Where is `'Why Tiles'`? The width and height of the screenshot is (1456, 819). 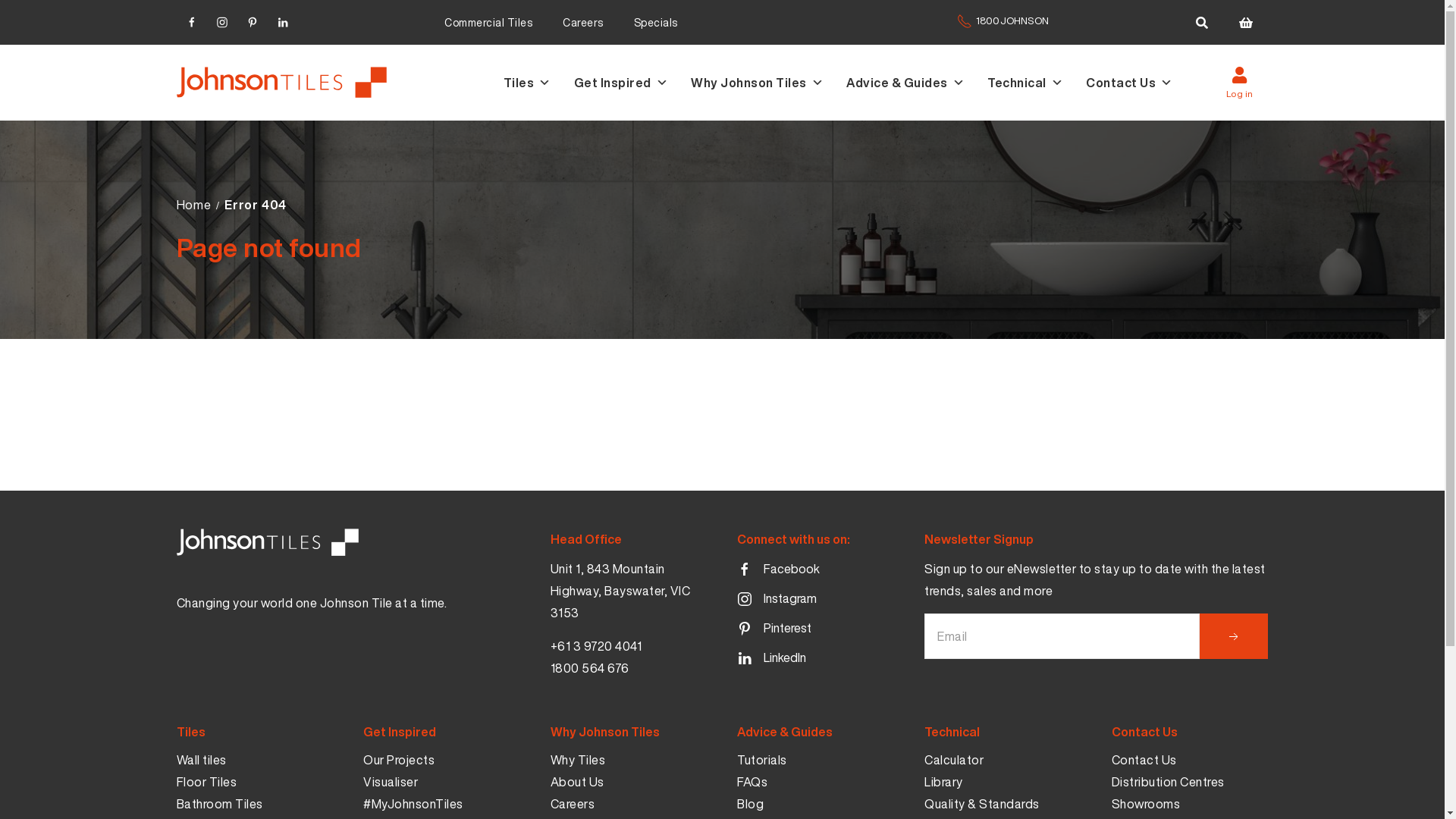
'Why Tiles' is located at coordinates (577, 760).